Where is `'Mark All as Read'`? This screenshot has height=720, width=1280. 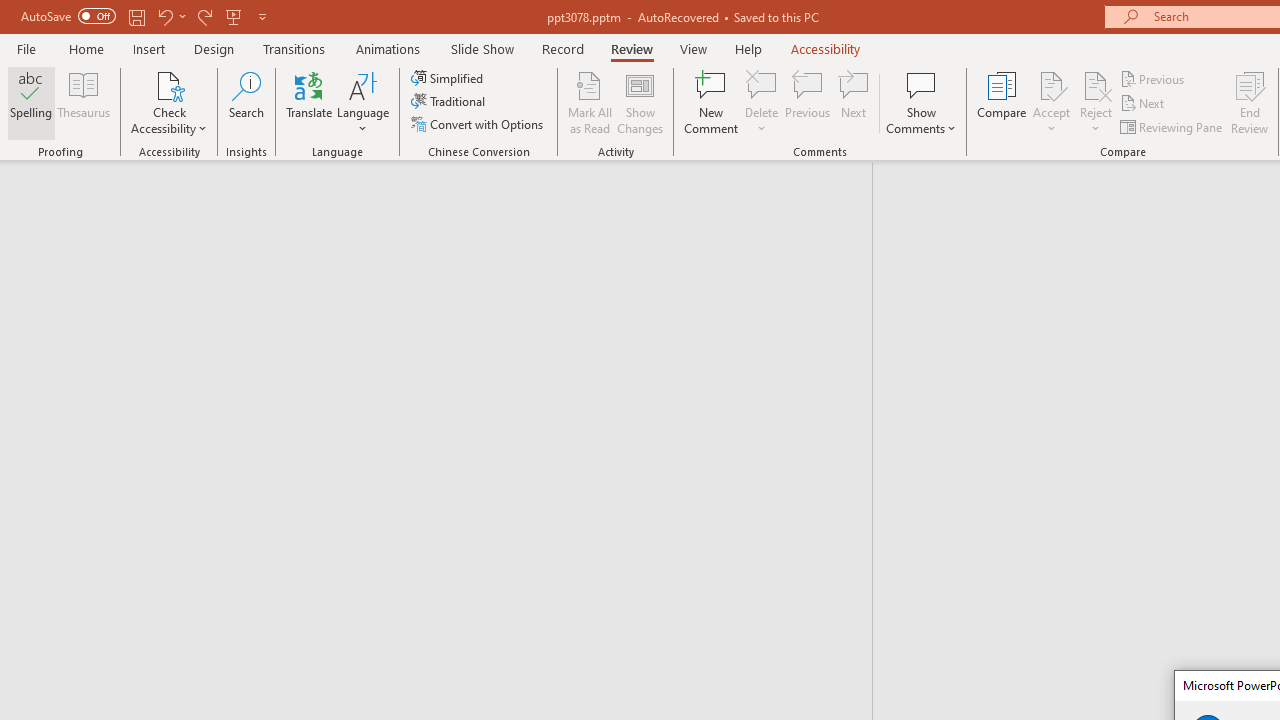 'Mark All as Read' is located at coordinates (589, 103).